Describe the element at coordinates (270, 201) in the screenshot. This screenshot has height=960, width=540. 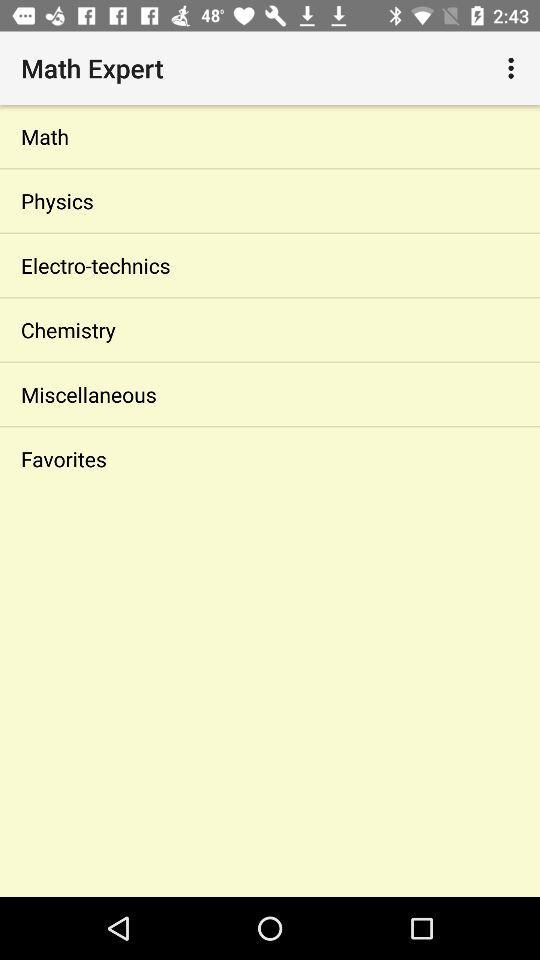
I see `the item above electro-technics app` at that location.